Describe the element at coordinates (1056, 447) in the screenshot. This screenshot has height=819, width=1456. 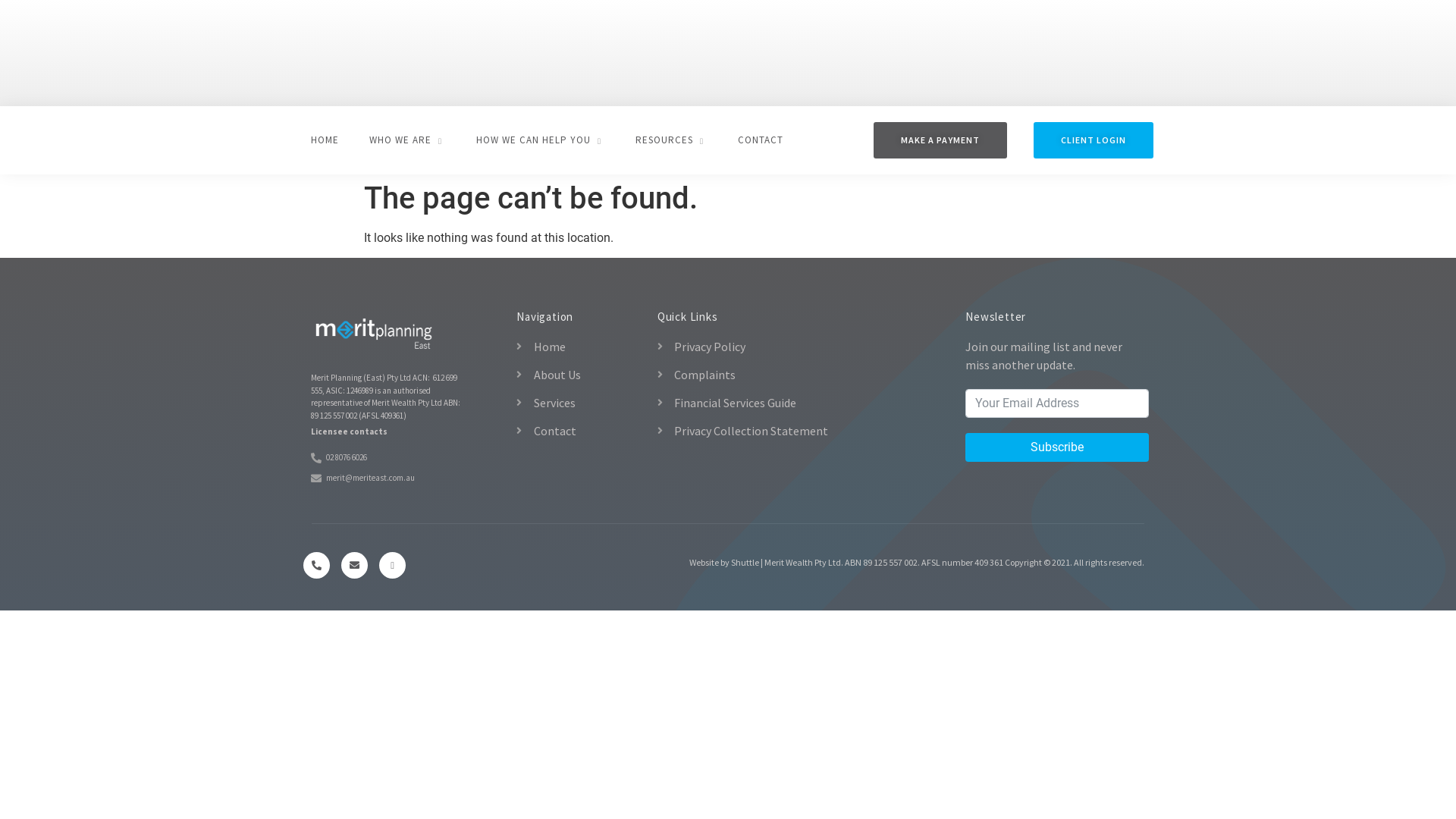
I see `'Subscribe'` at that location.